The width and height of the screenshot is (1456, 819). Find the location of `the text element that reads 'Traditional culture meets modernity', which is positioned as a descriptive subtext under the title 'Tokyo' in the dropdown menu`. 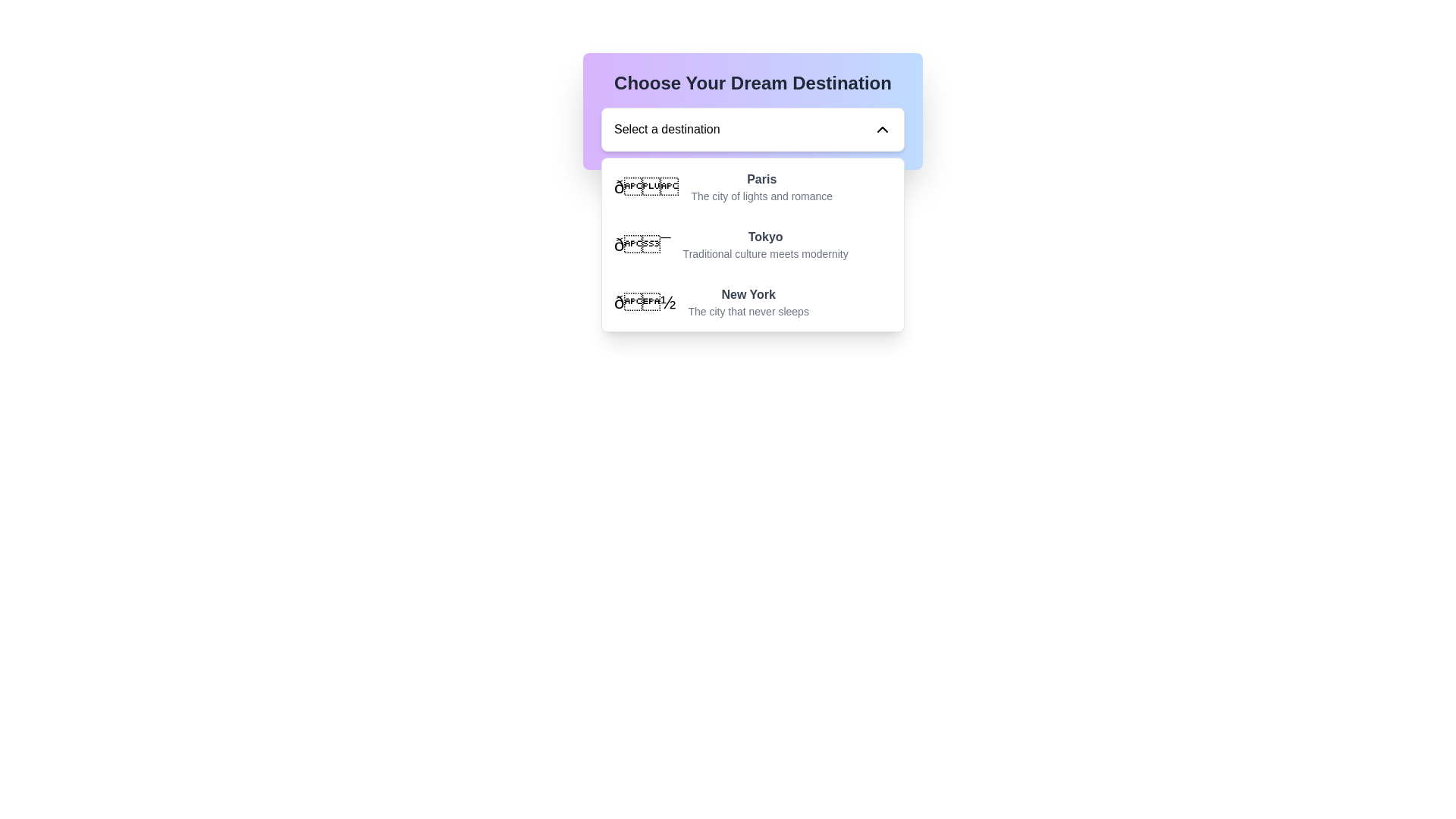

the text element that reads 'Traditional culture meets modernity', which is positioned as a descriptive subtext under the title 'Tokyo' in the dropdown menu is located at coordinates (765, 253).